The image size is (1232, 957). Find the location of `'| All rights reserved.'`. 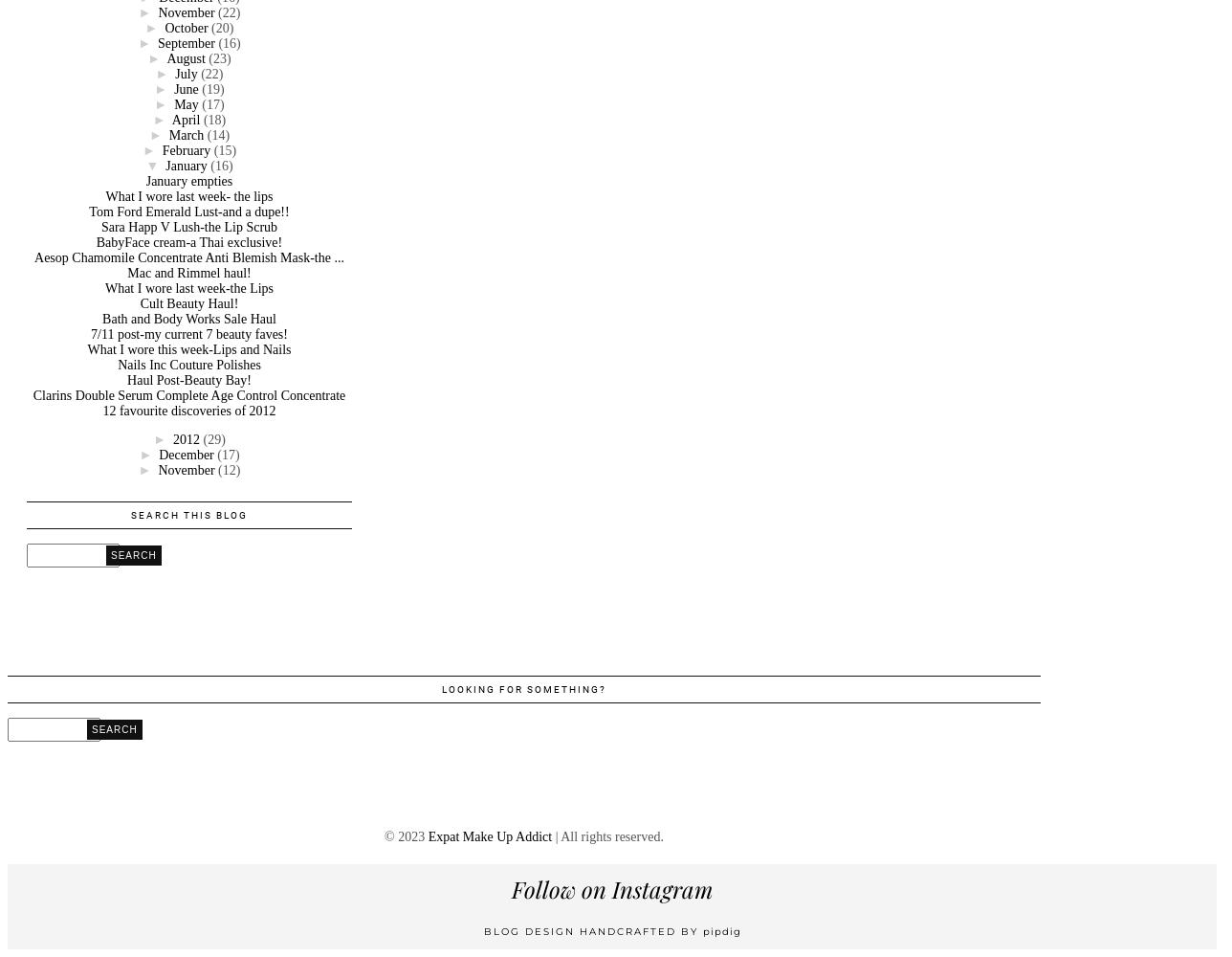

'| All rights reserved.' is located at coordinates (606, 835).